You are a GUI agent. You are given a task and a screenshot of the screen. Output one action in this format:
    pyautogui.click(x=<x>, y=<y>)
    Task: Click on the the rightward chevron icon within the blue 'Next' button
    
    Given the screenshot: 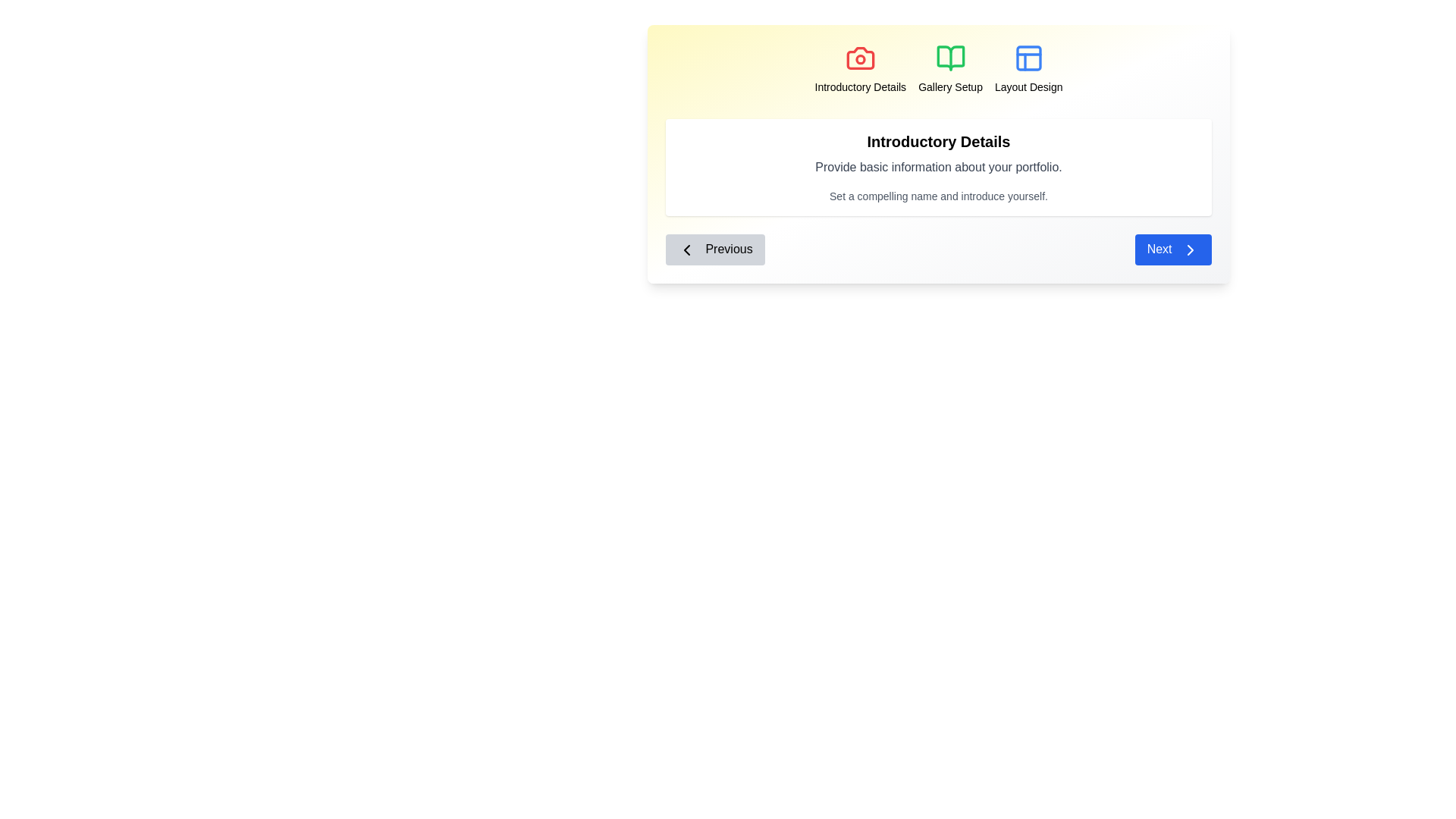 What is the action you would take?
    pyautogui.click(x=1189, y=248)
    